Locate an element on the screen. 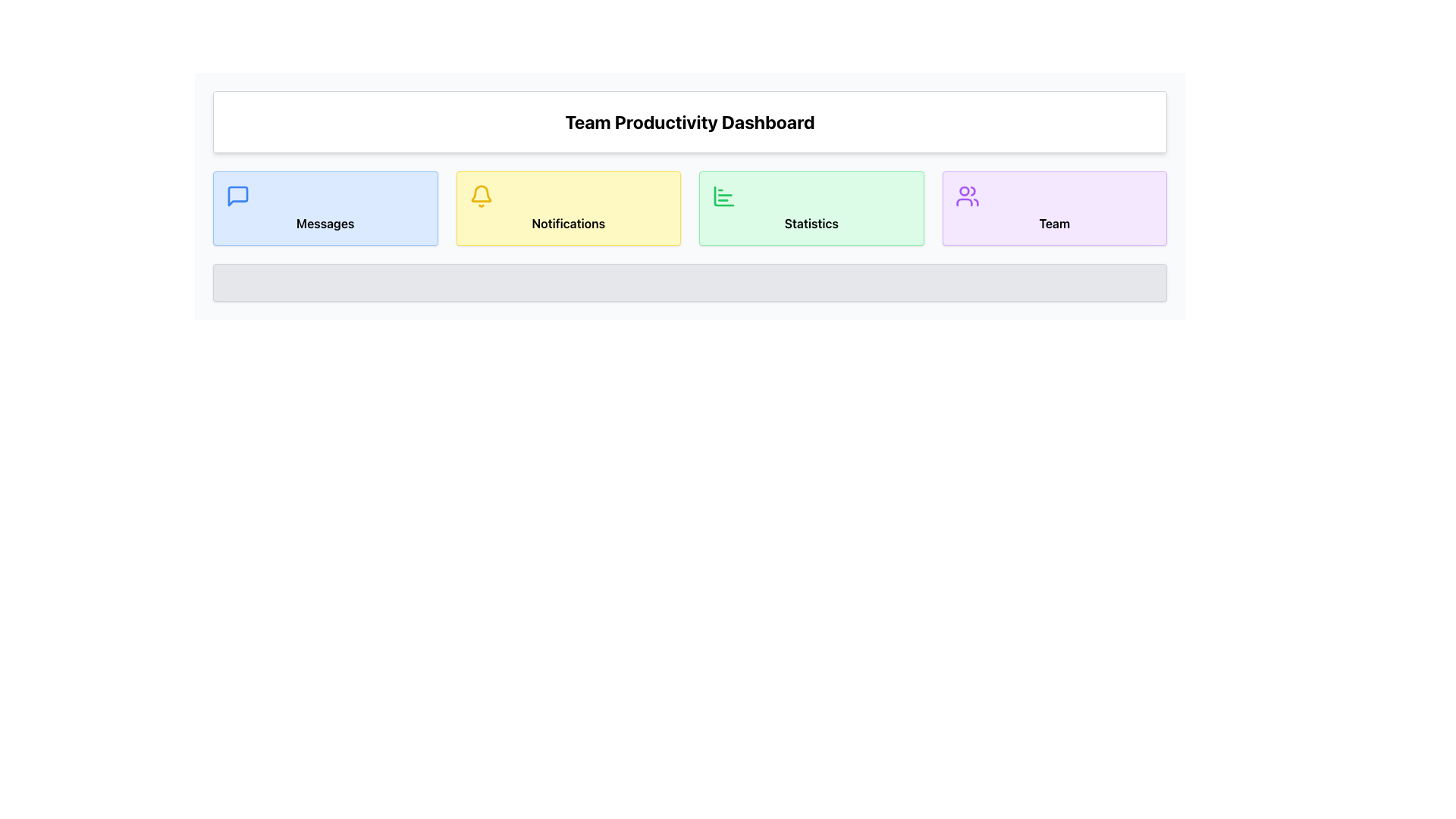  the 'Notifications' button in the grid below the 'Team Productivity Dashboard' heading by is located at coordinates (567, 208).